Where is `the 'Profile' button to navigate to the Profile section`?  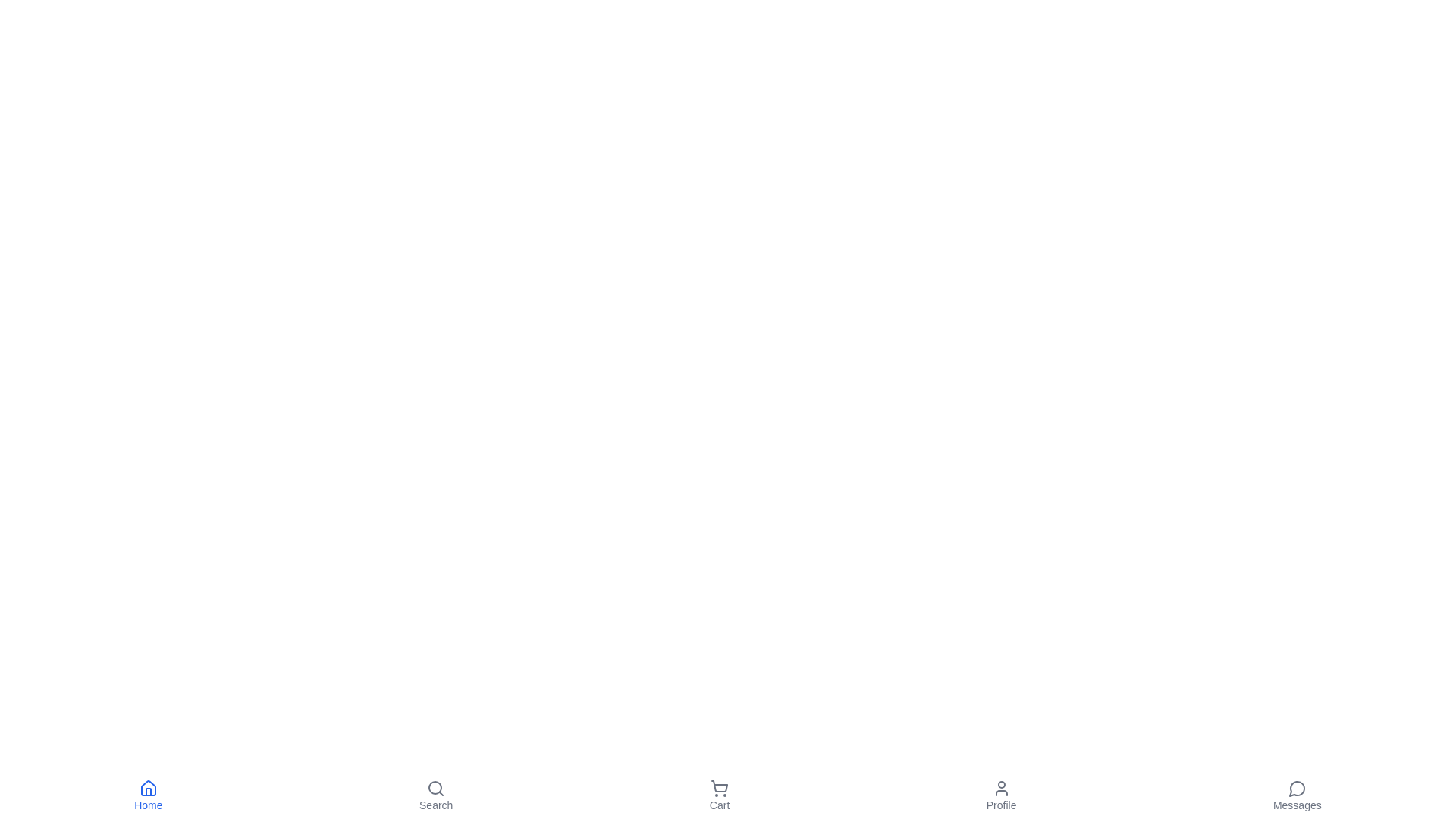
the 'Profile' button to navigate to the Profile section is located at coordinates (1001, 795).